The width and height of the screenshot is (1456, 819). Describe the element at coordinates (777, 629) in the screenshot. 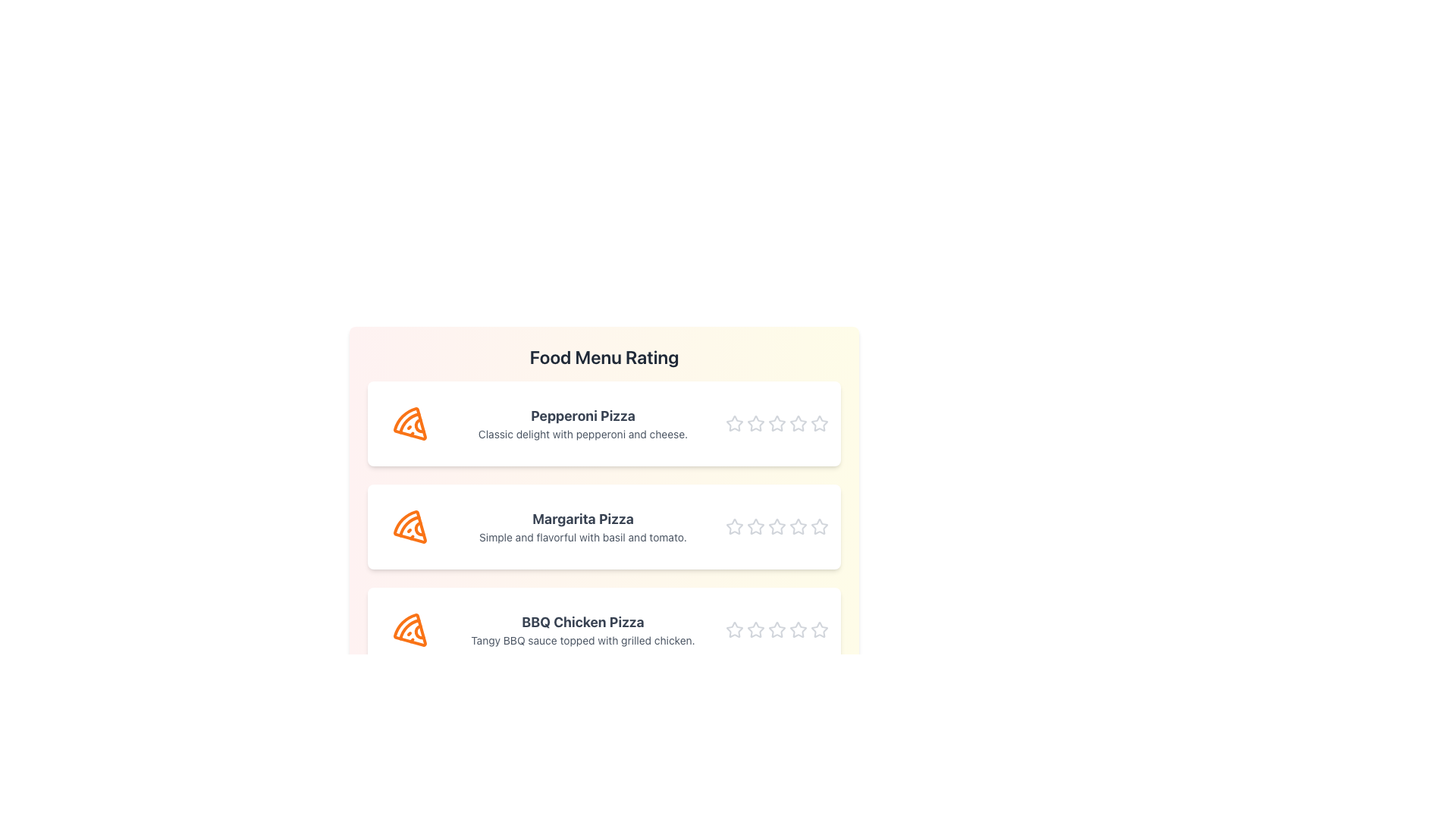

I see `the third star in the 5-star rating system for the 'BBQ Chicken Pizza' to assign a rating` at that location.